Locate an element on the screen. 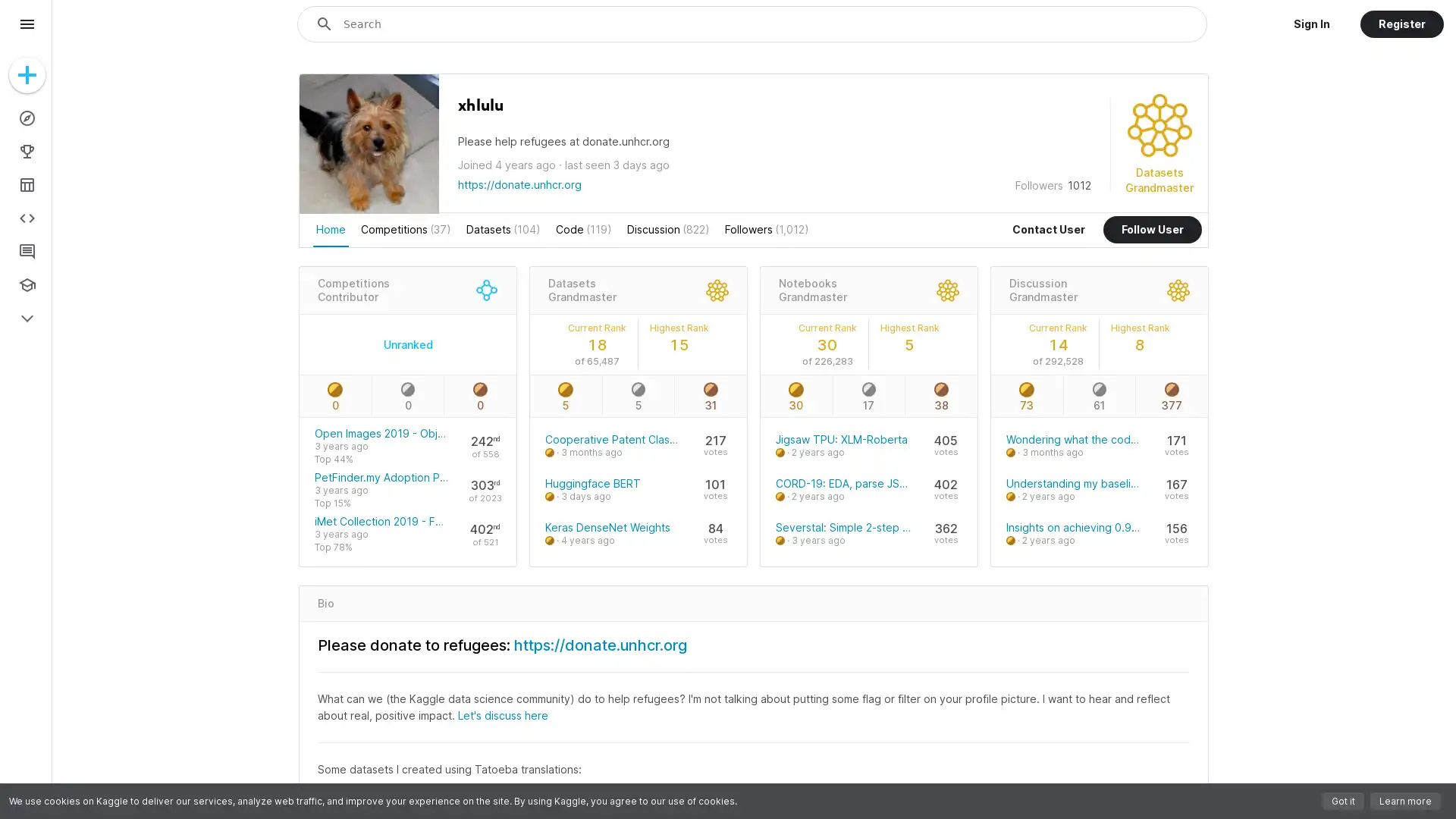 The height and width of the screenshot is (819, 1456). Sign In is located at coordinates (1310, 24).